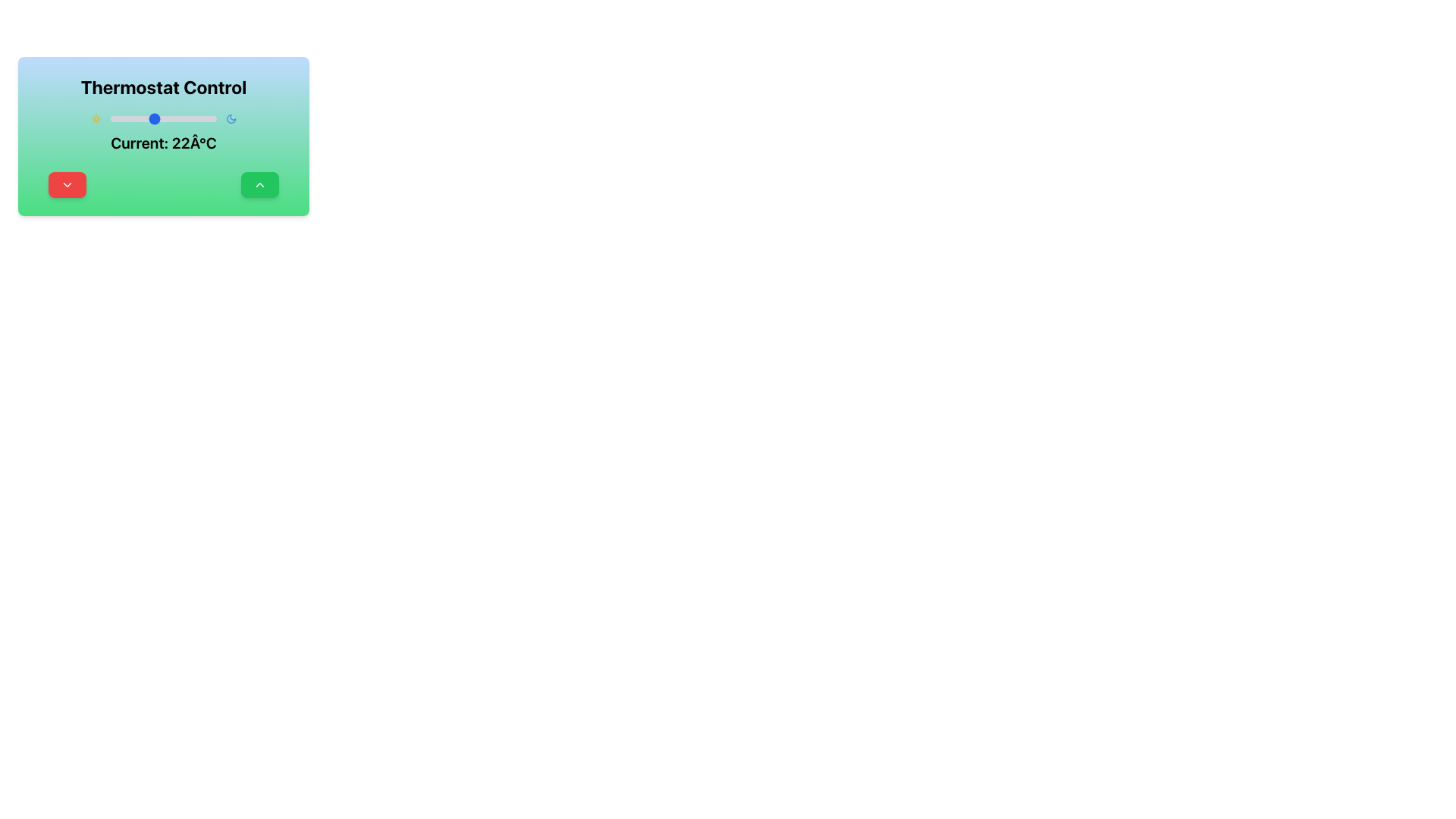  What do you see at coordinates (174, 118) in the screenshot?
I see `thermostat temperature` at bounding box center [174, 118].